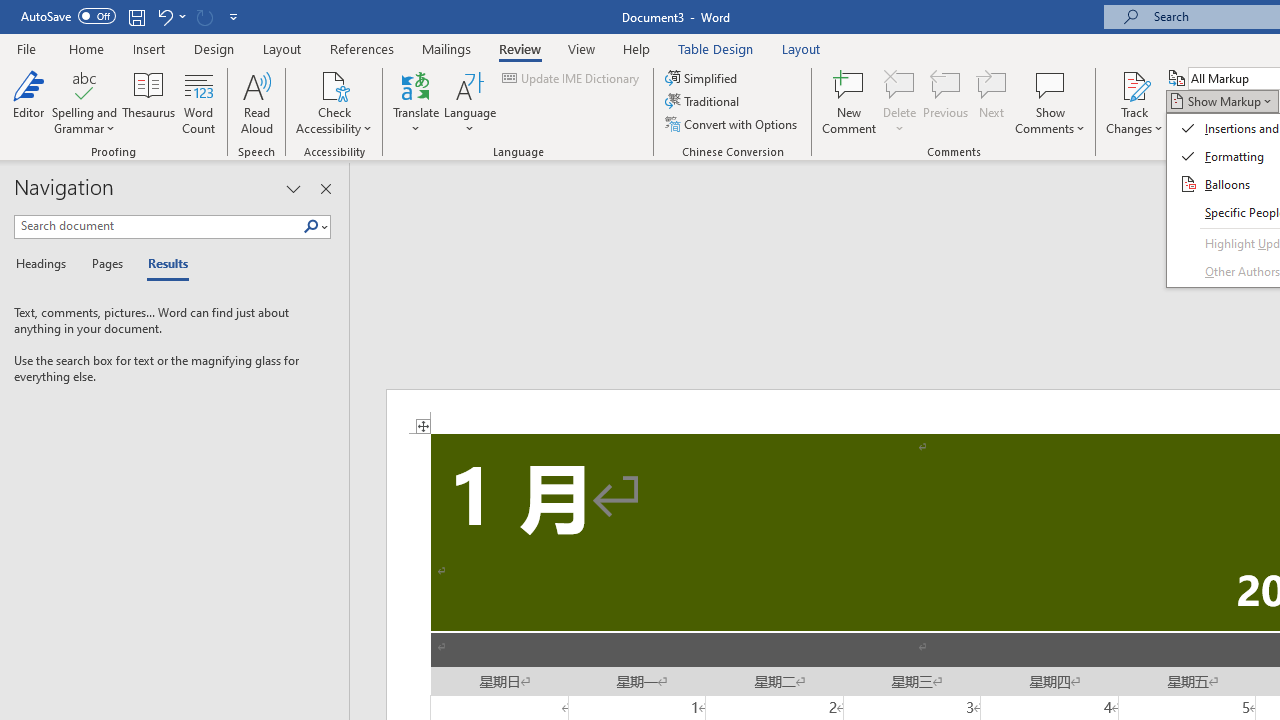  What do you see at coordinates (1049, 103) in the screenshot?
I see `'Show Comments'` at bounding box center [1049, 103].